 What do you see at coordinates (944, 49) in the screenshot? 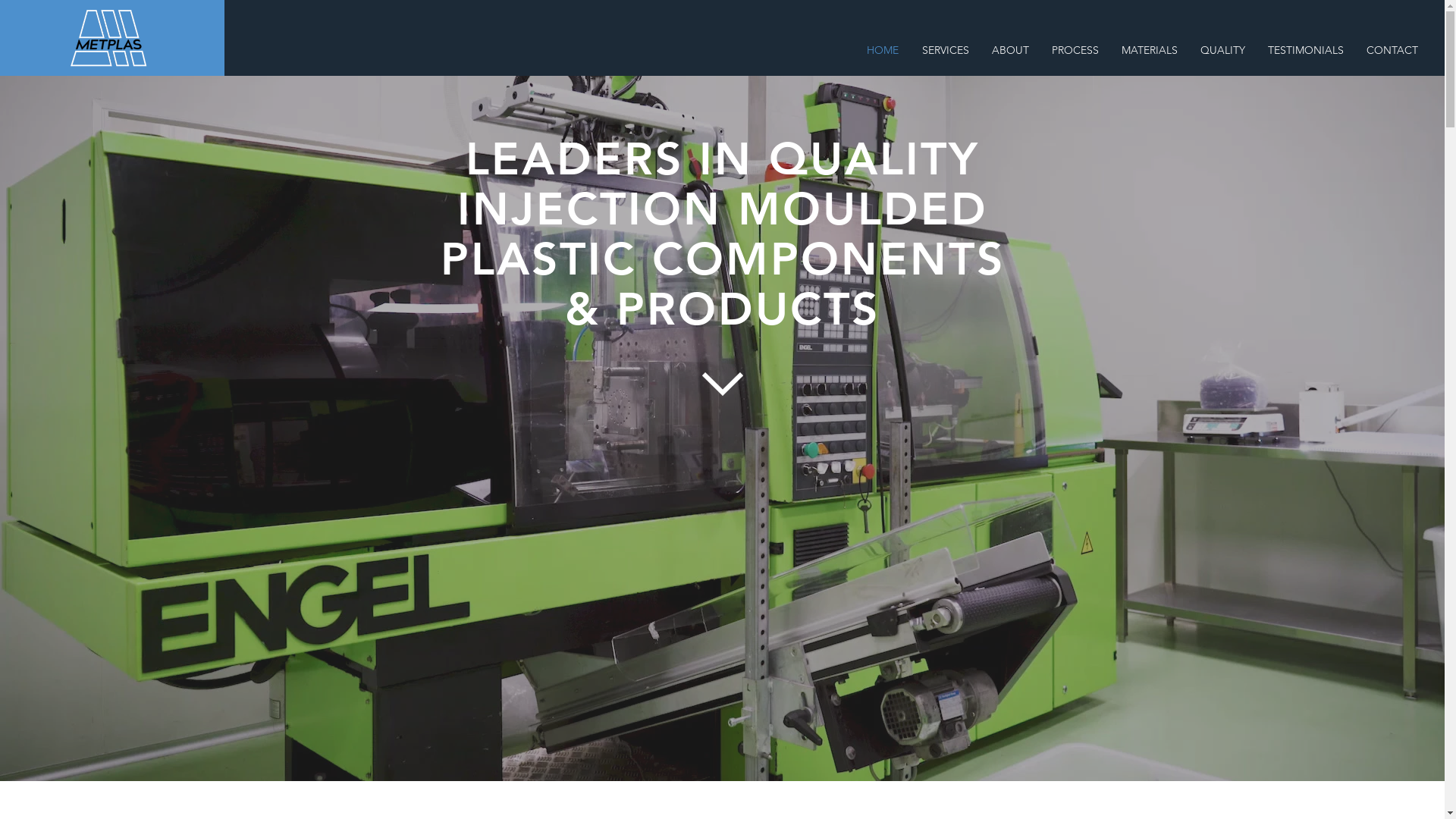
I see `'SERVICES'` at bounding box center [944, 49].